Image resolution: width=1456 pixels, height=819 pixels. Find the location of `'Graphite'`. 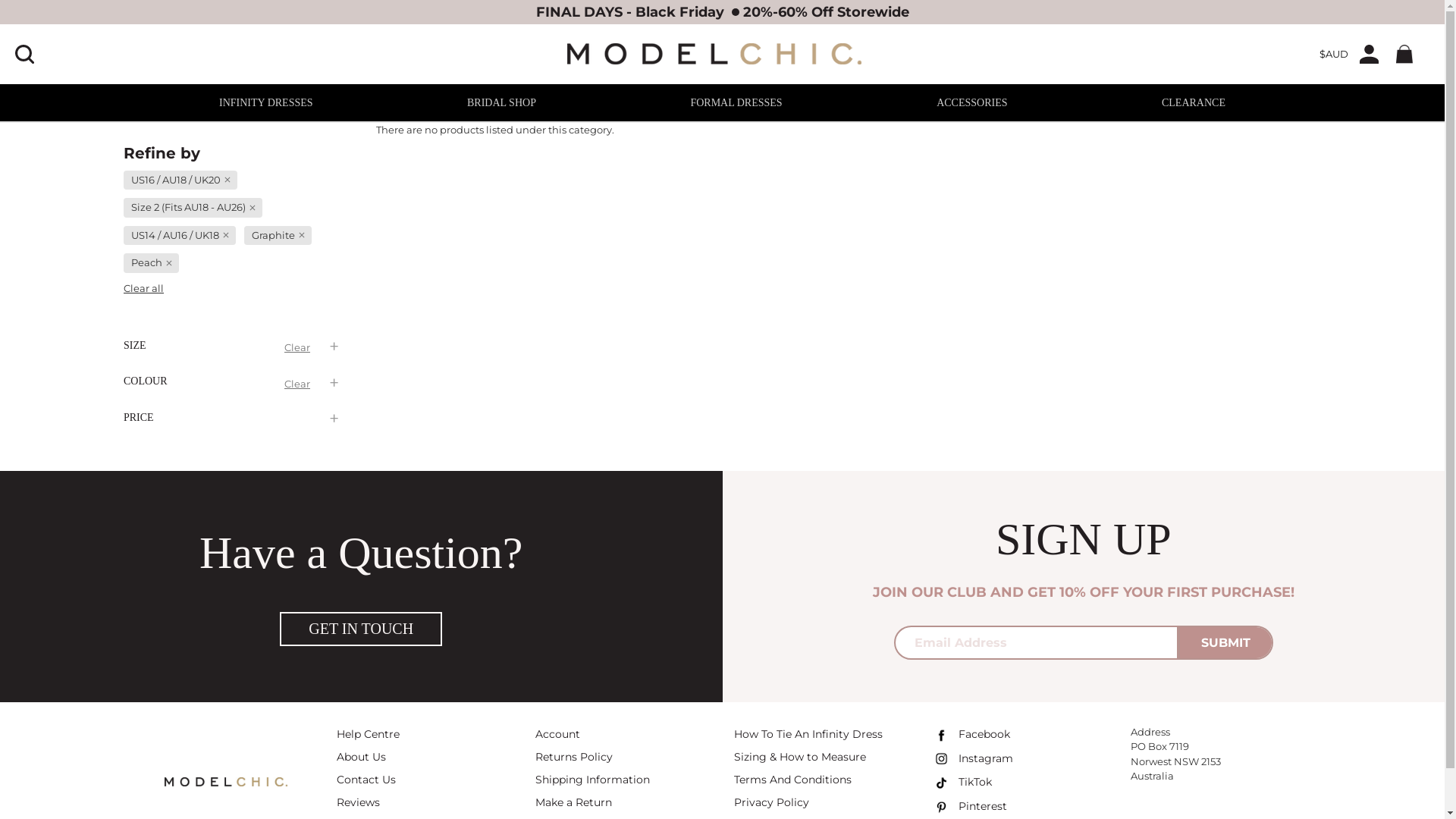

'Graphite' is located at coordinates (278, 236).